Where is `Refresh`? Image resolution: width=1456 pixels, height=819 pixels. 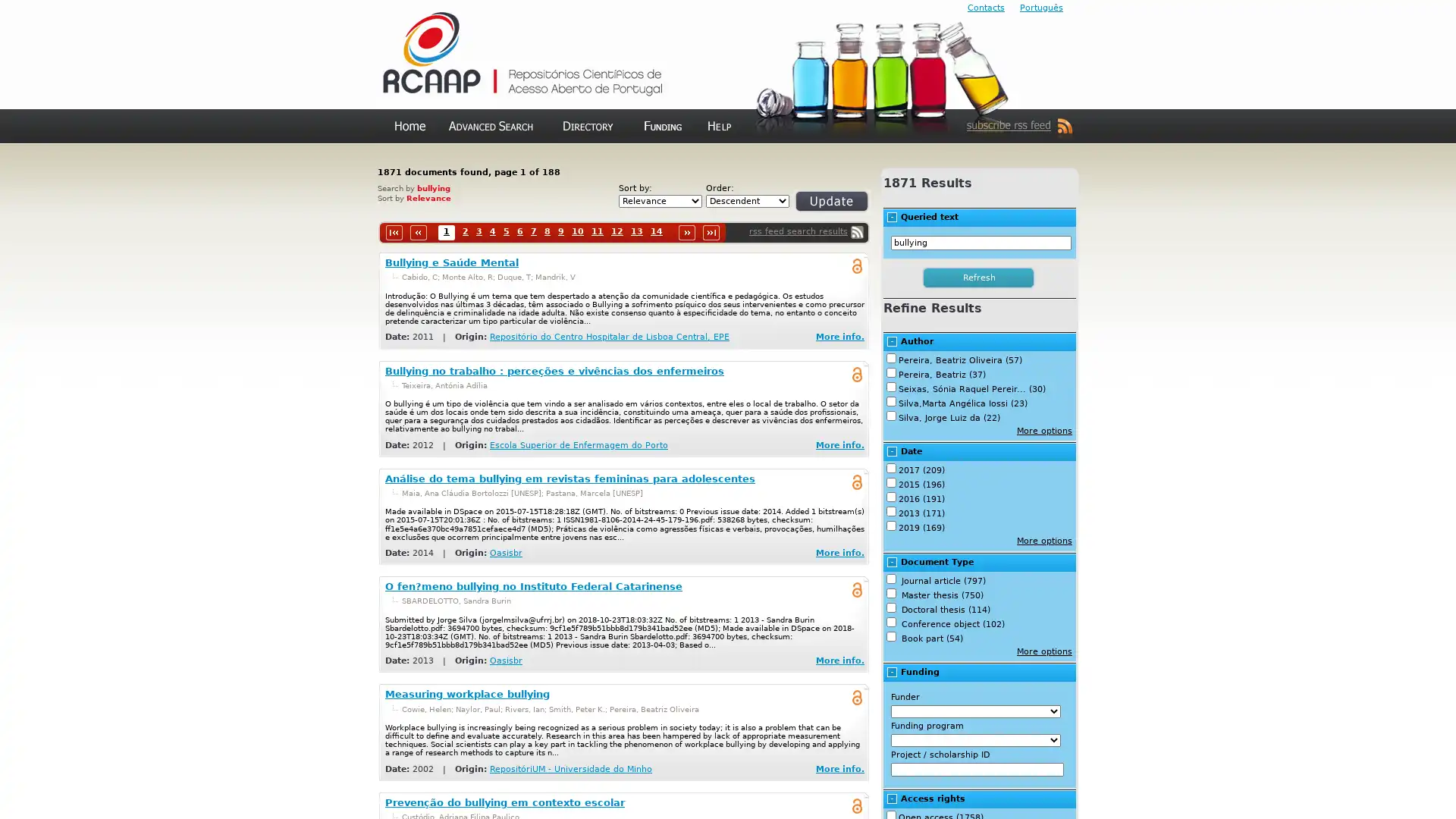
Refresh is located at coordinates (979, 278).